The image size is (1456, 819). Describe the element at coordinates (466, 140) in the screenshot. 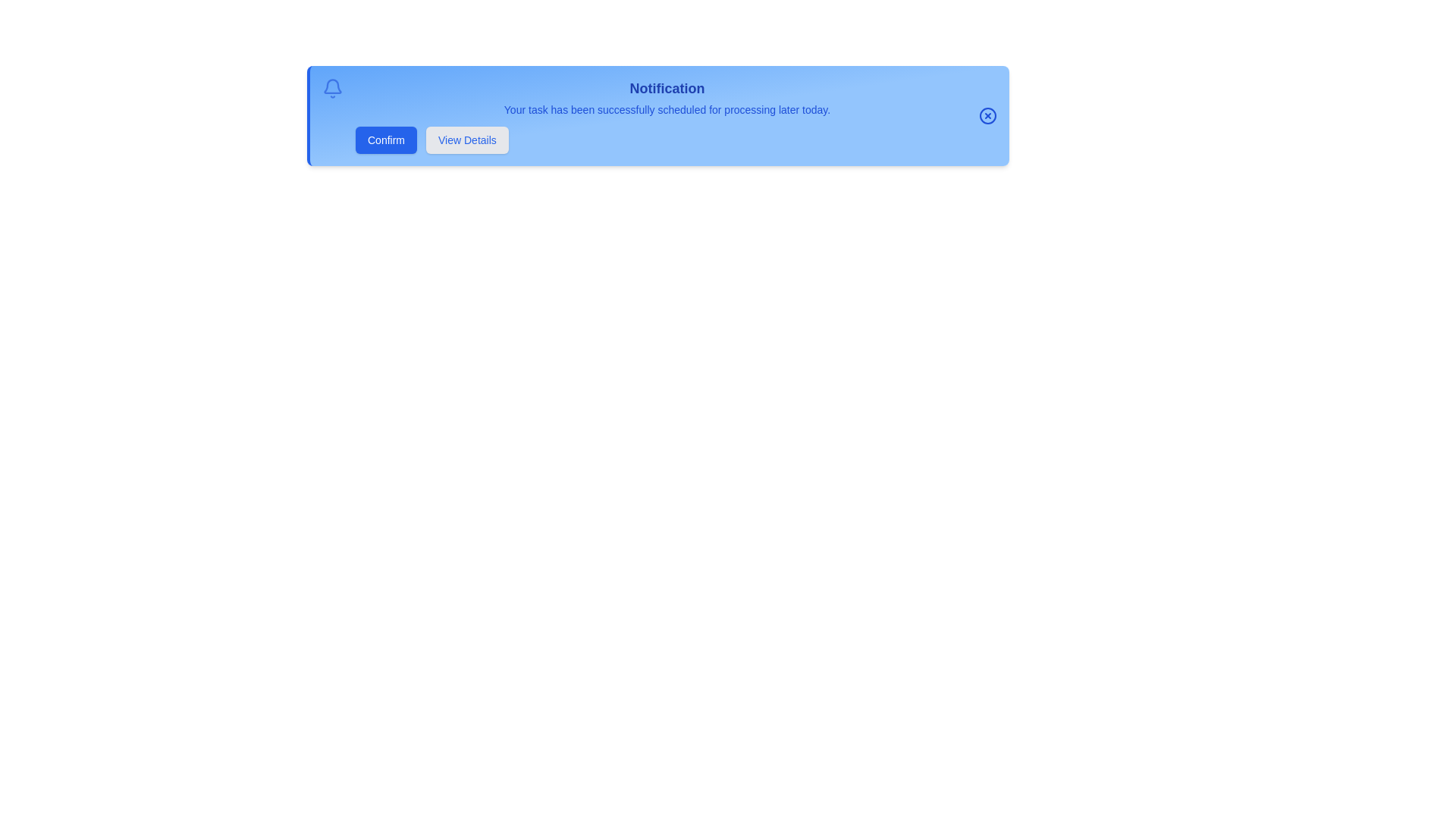

I see `the 'View Details' button to display more information about the task` at that location.